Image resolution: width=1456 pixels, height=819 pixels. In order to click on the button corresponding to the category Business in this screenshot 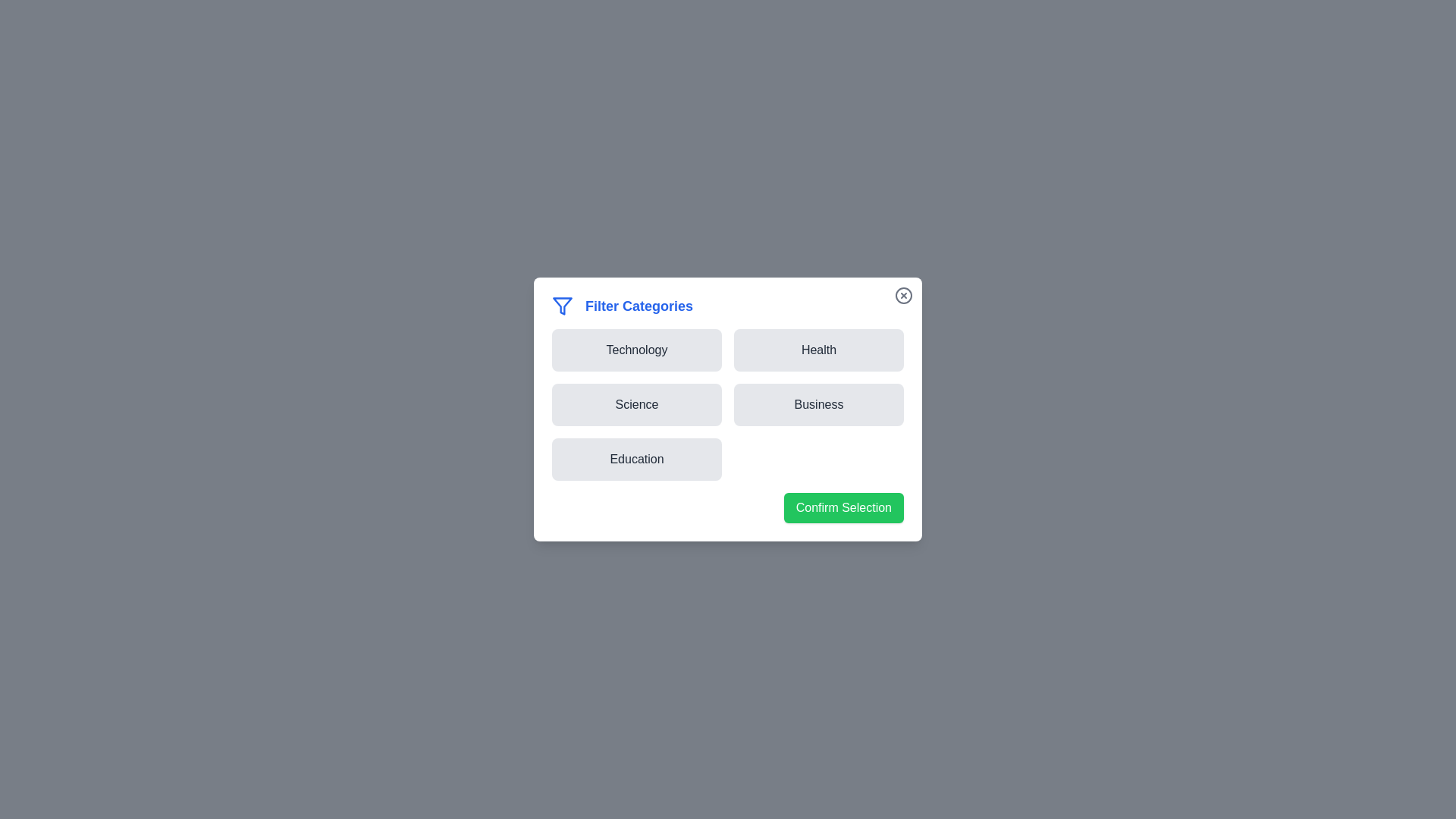, I will do `click(818, 403)`.